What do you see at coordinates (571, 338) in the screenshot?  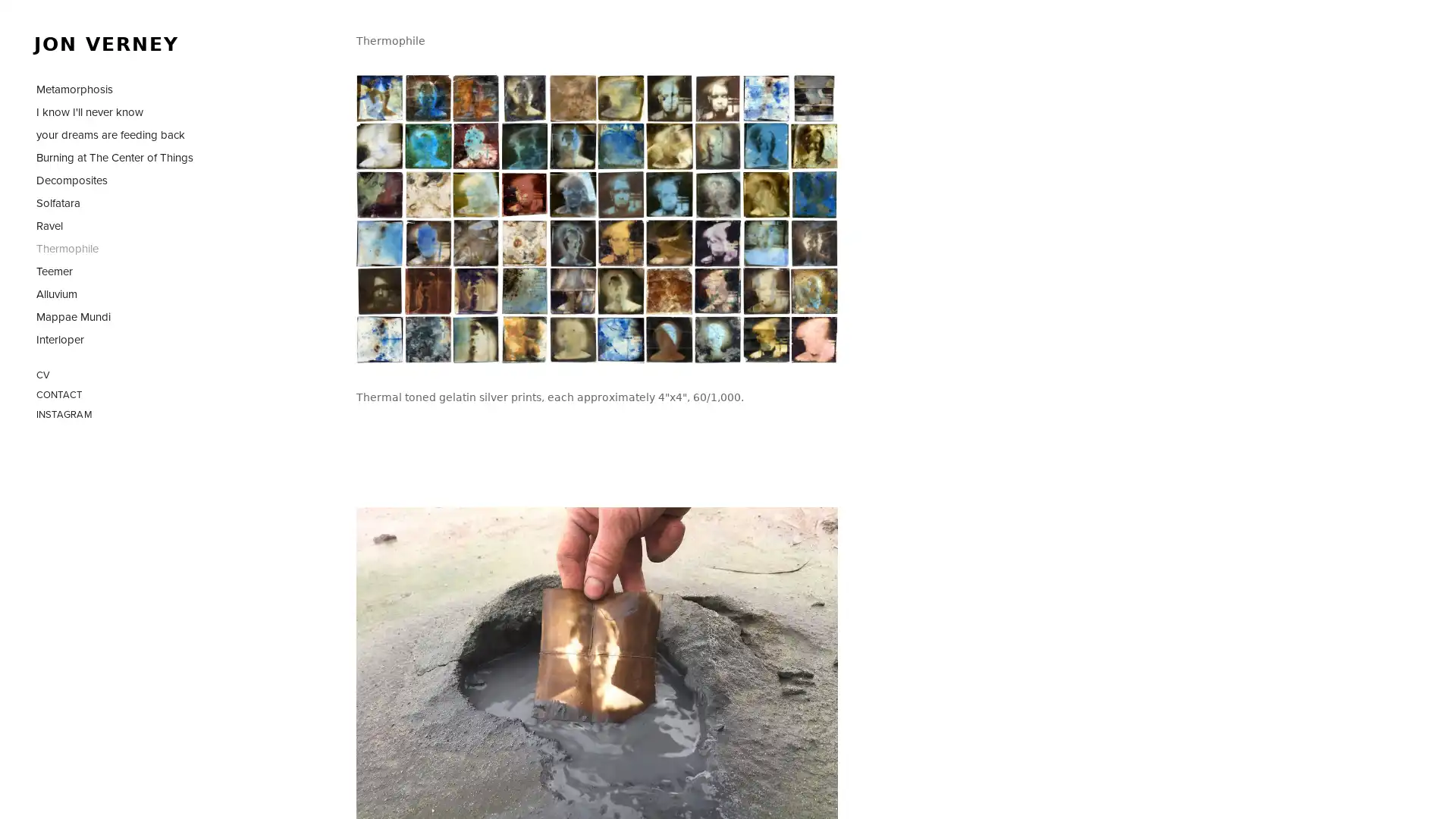 I see `View fullsize jon_verney_thermophile_58.jpg` at bounding box center [571, 338].